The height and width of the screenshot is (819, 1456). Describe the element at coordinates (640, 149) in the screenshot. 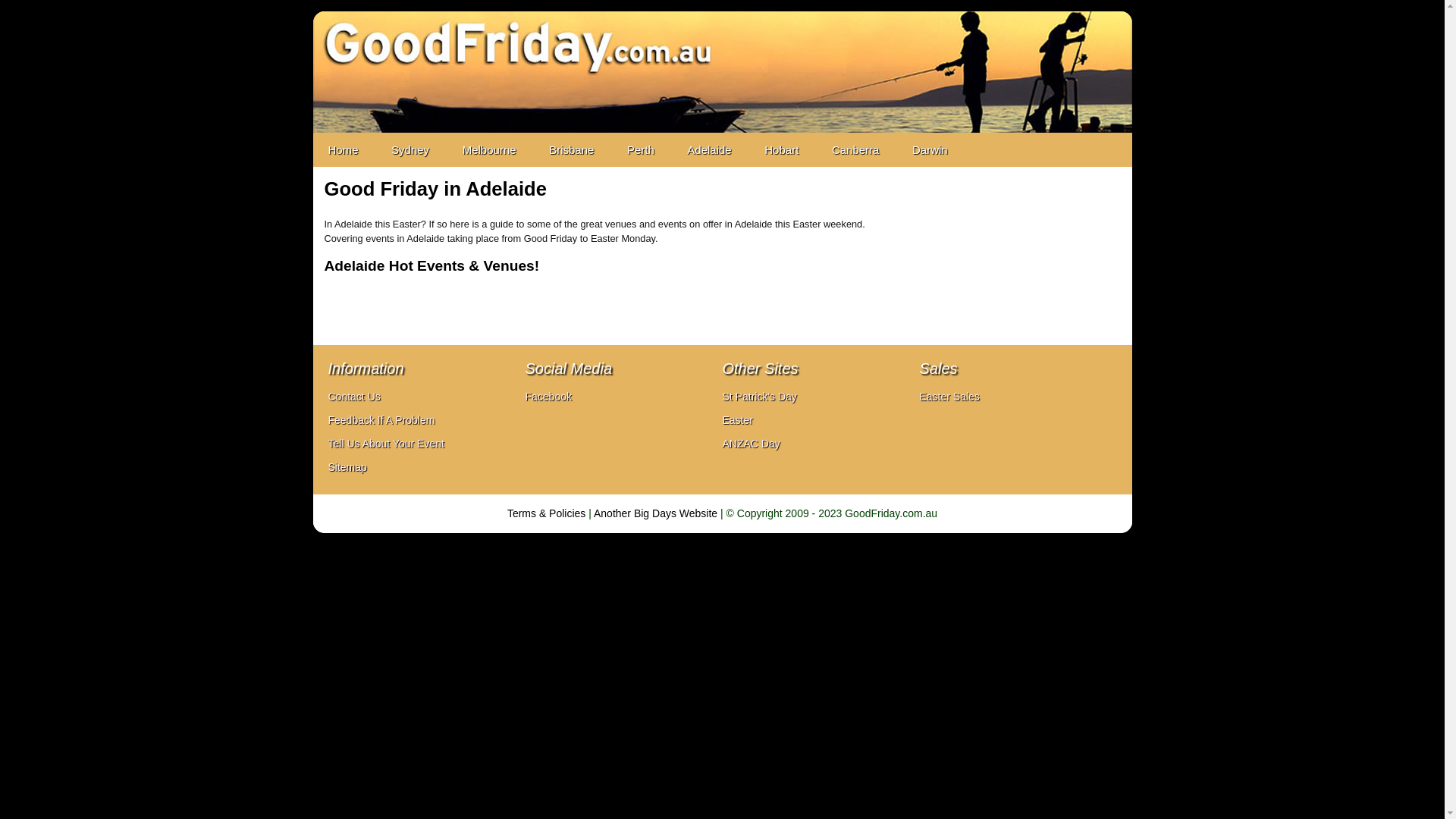

I see `'Perth'` at that location.